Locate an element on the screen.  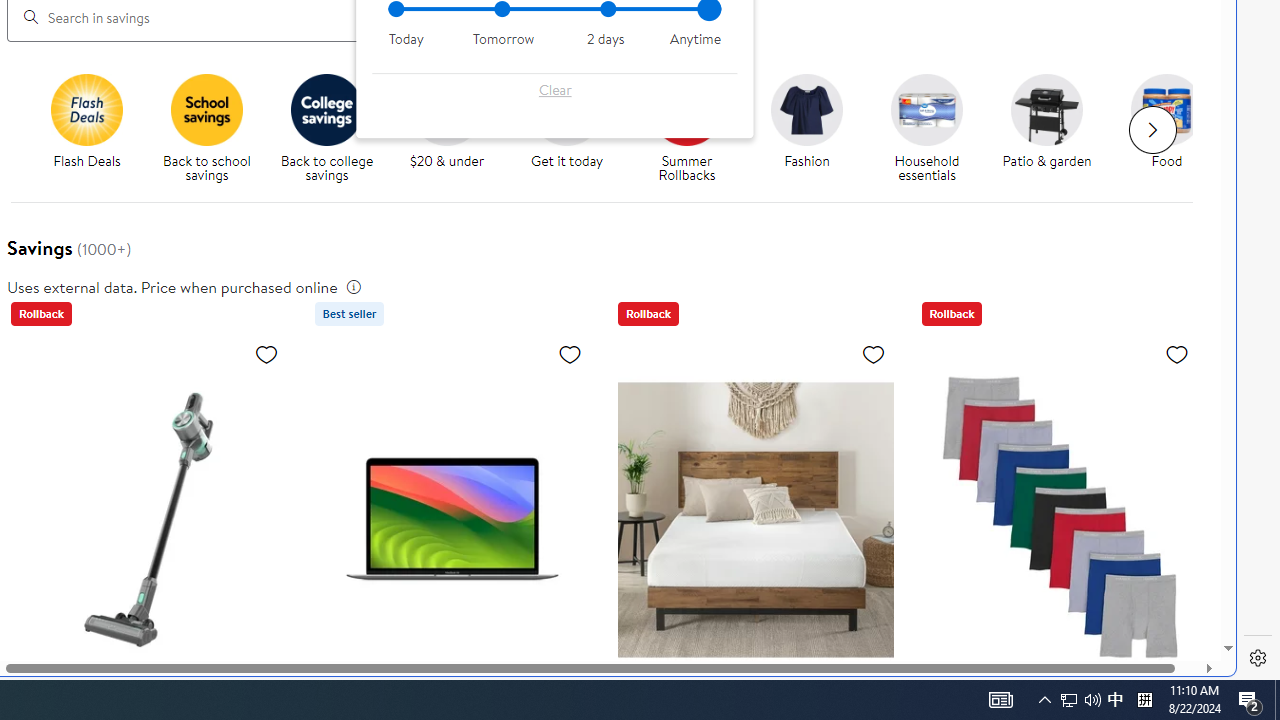
'Household essentials Household essentials' is located at coordinates (926, 129).